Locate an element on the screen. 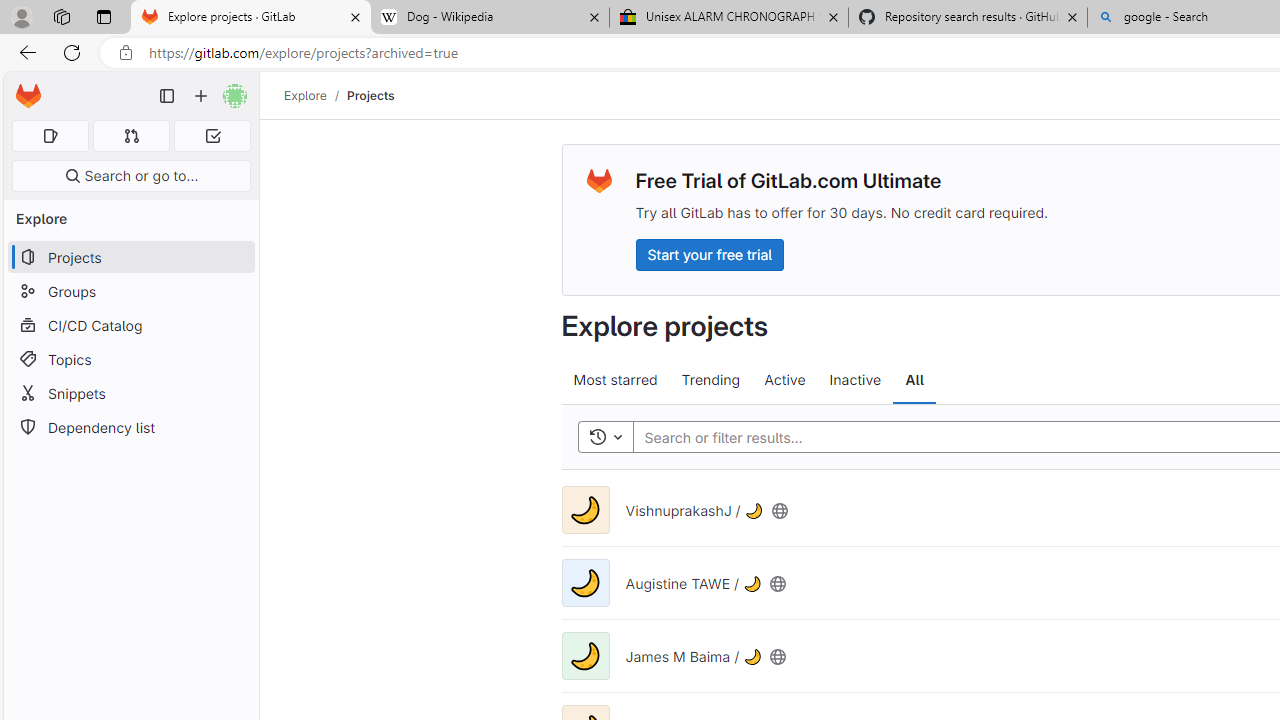 The image size is (1280, 720). 'Dependency list' is located at coordinates (130, 426).